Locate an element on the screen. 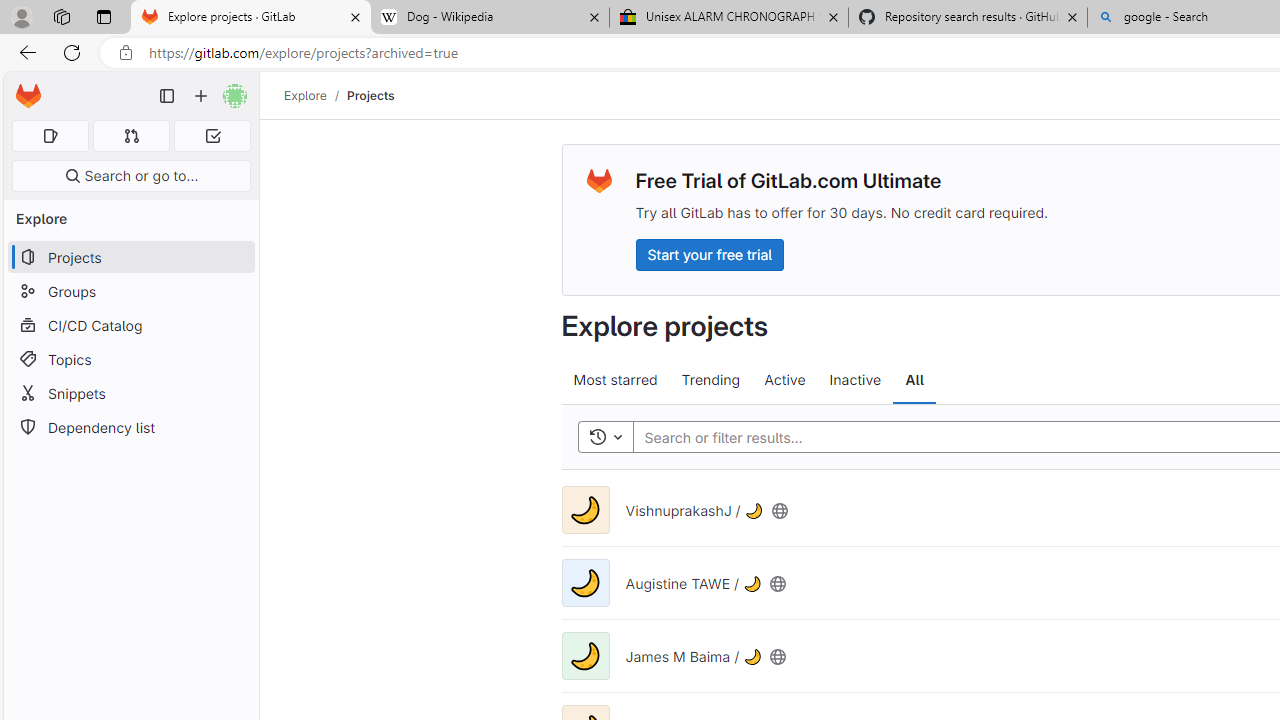 The image size is (1280, 720). 'Dependency list' is located at coordinates (130, 426).